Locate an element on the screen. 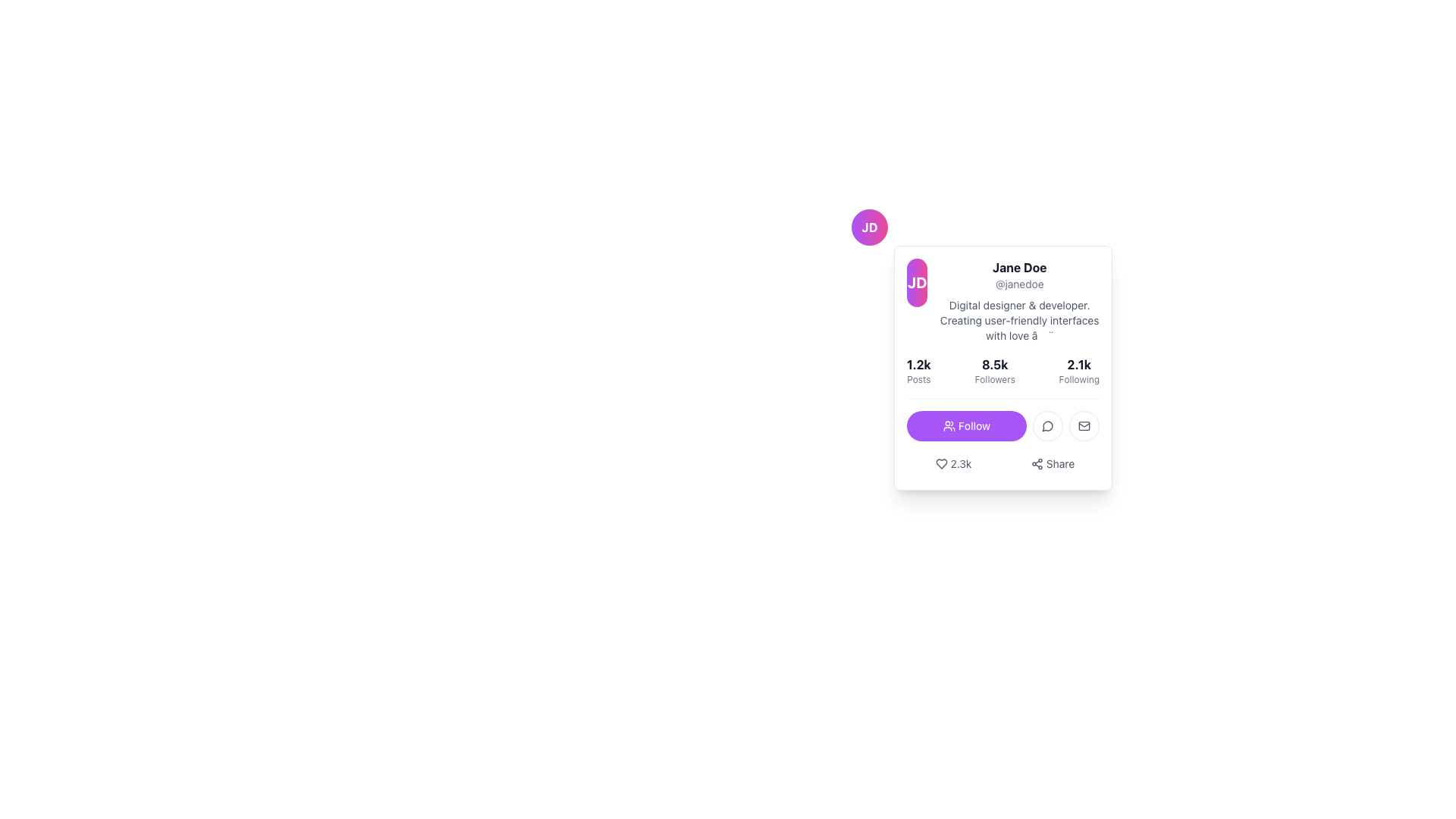 This screenshot has width=1456, height=819. bold numeric text label displaying '2.1k' which conveys a metric or count, positioned above the 'Following' label in the profile card layout is located at coordinates (1078, 365).